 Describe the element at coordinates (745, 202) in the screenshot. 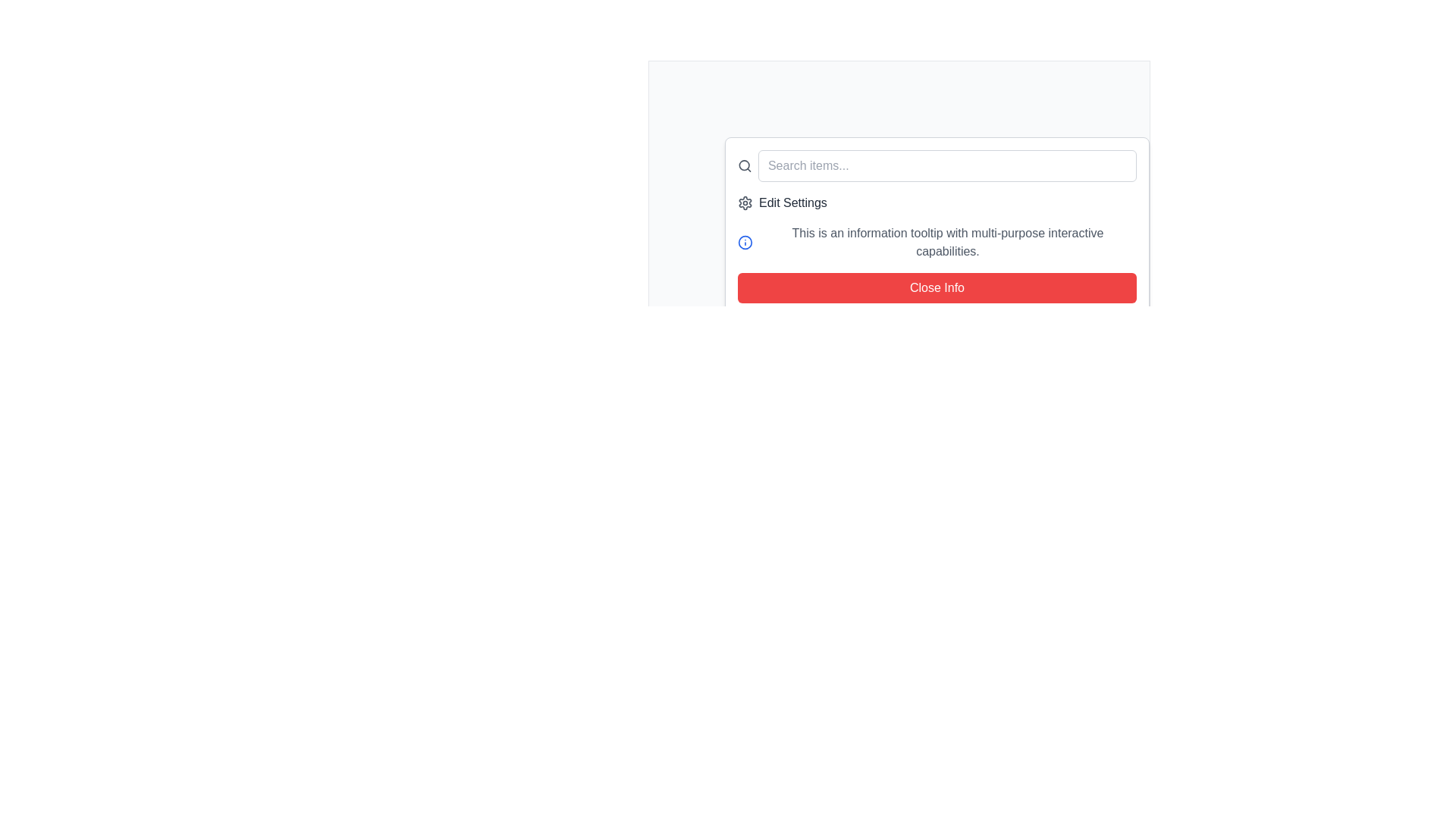

I see `the settings icon located to the left of the 'Edit Settings' label` at that location.